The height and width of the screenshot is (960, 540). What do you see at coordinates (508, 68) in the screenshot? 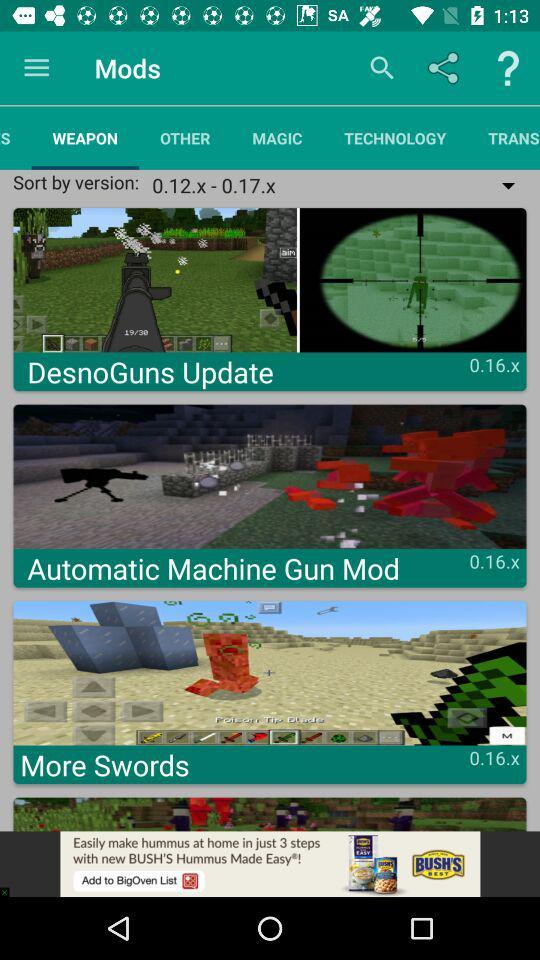
I see `help` at bounding box center [508, 68].